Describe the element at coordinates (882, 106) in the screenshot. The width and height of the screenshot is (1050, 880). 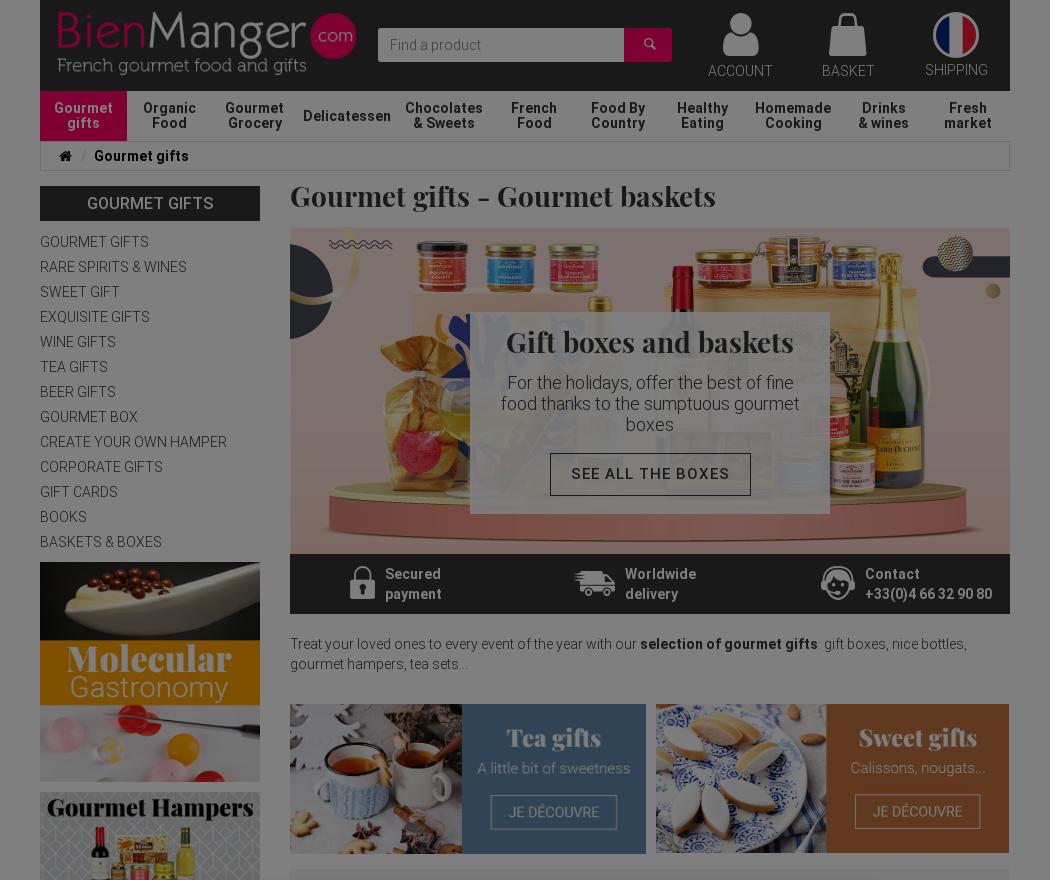
I see `'Drinks'` at that location.